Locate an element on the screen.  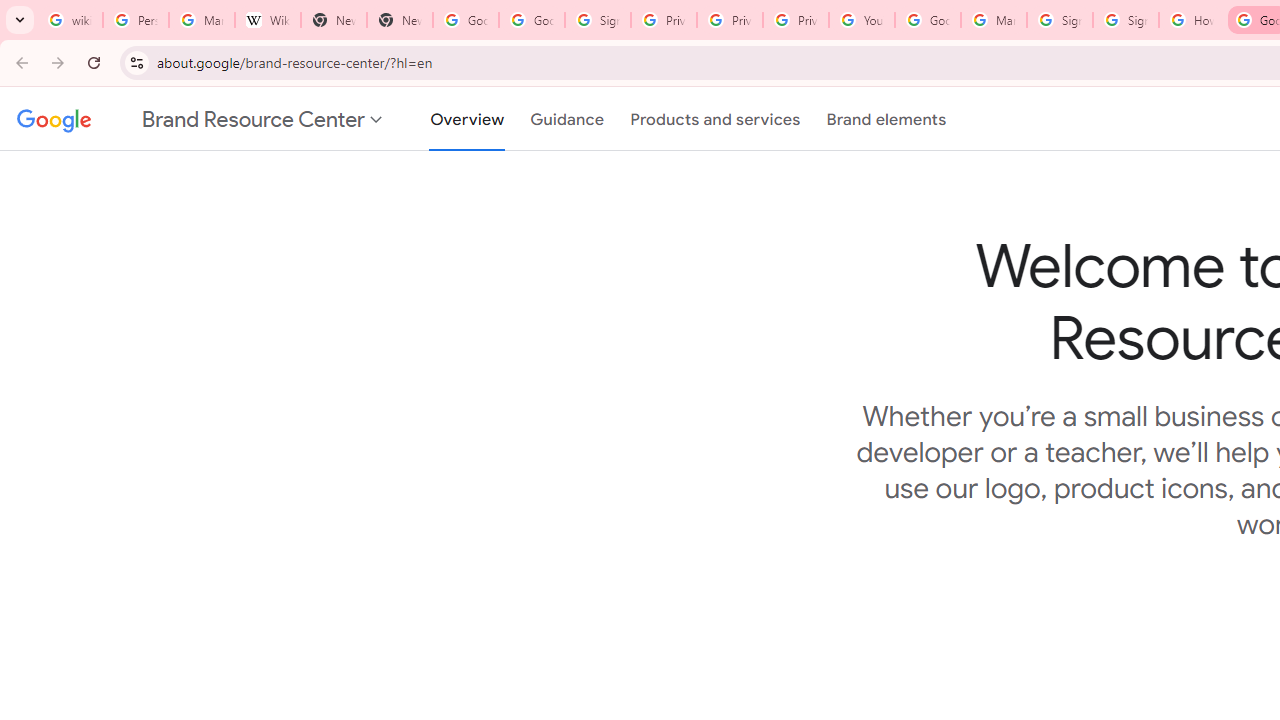
'Wikipedia:Edit requests - Wikipedia' is located at coordinates (267, 20).